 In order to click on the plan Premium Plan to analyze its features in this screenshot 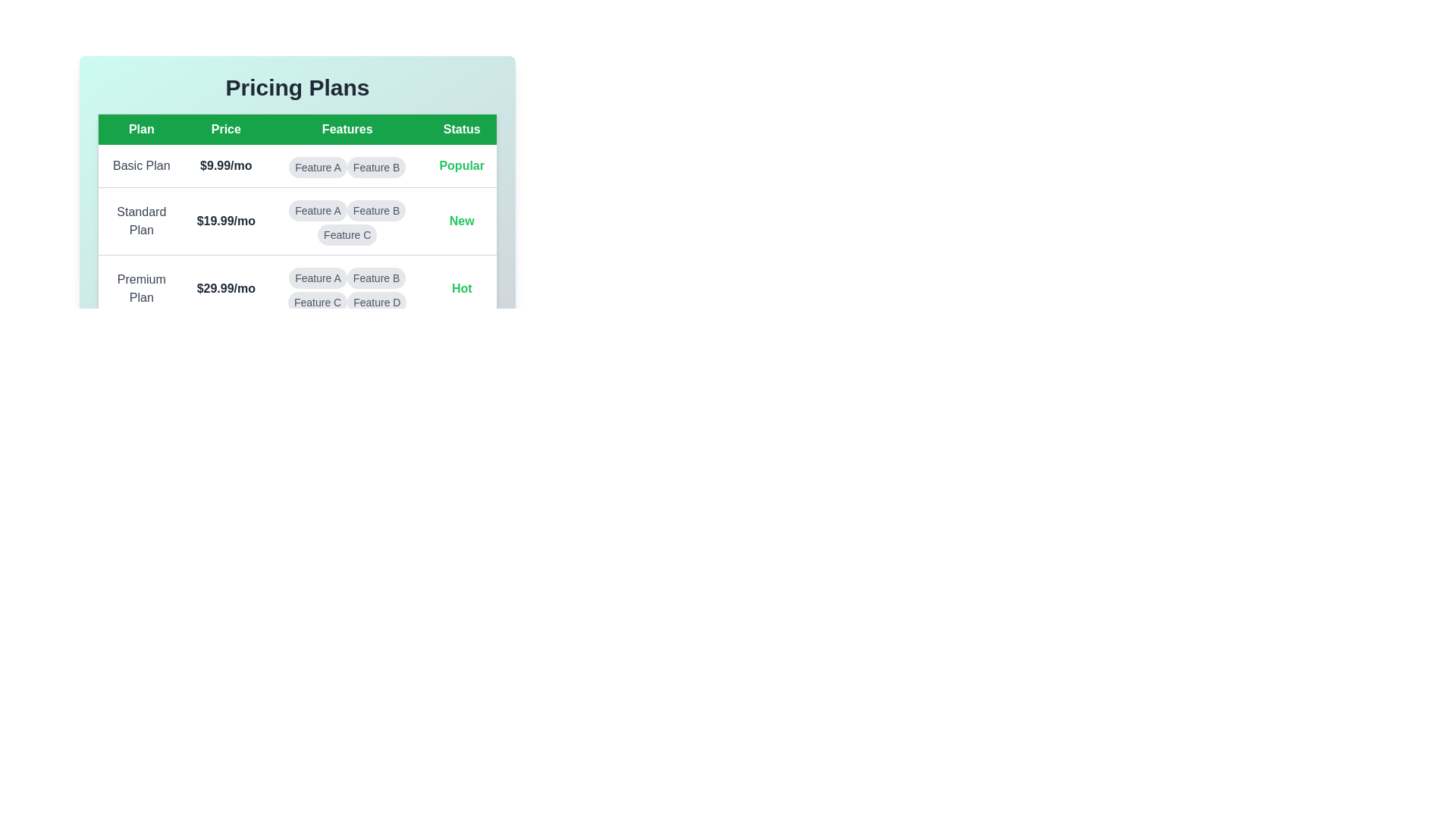, I will do `click(141, 289)`.